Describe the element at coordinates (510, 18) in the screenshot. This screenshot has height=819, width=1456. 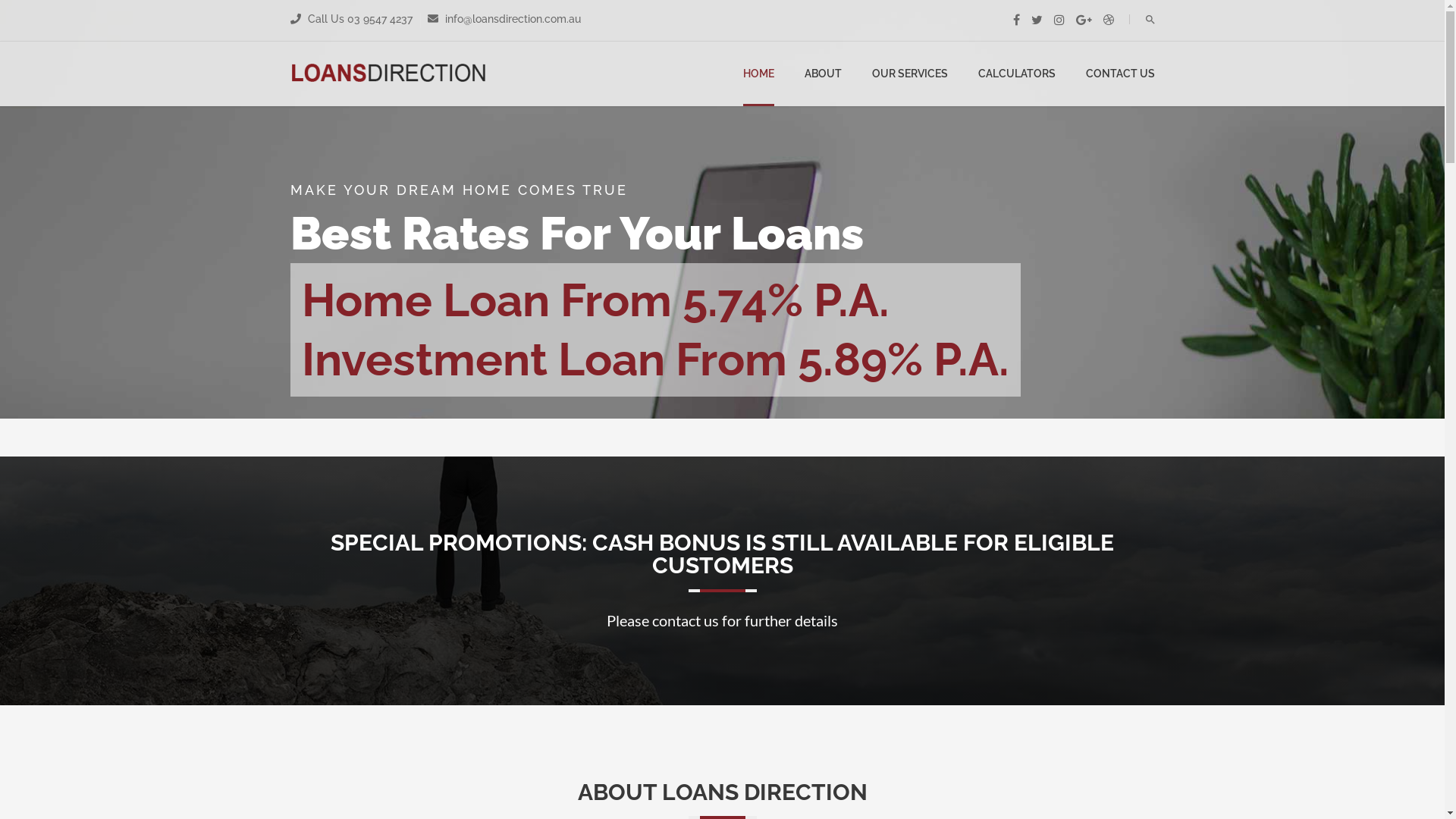
I see `'info@loansdirection.com.au'` at that location.